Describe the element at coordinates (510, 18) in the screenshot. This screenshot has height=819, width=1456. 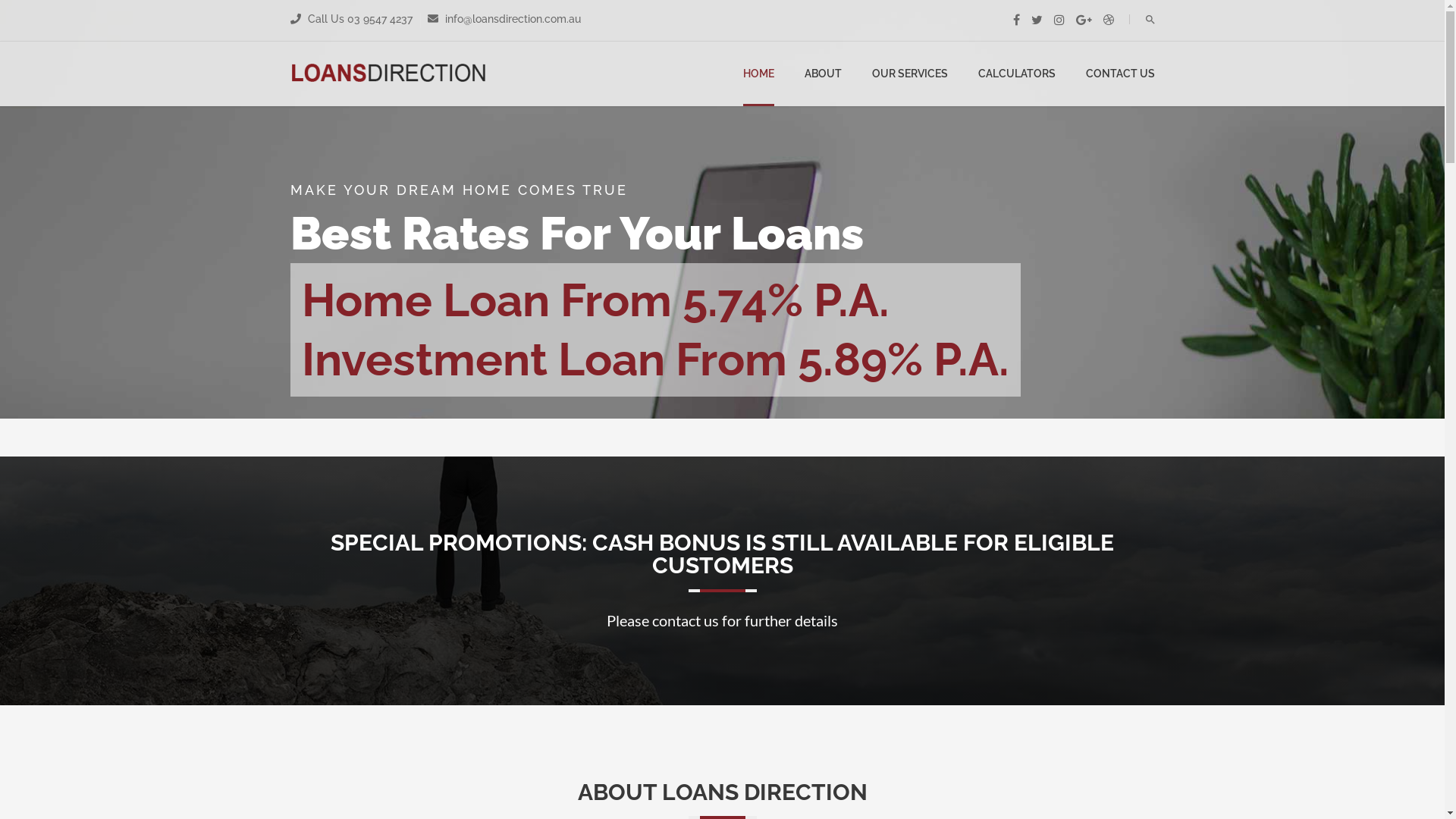
I see `'info@loansdirection.com.au'` at that location.